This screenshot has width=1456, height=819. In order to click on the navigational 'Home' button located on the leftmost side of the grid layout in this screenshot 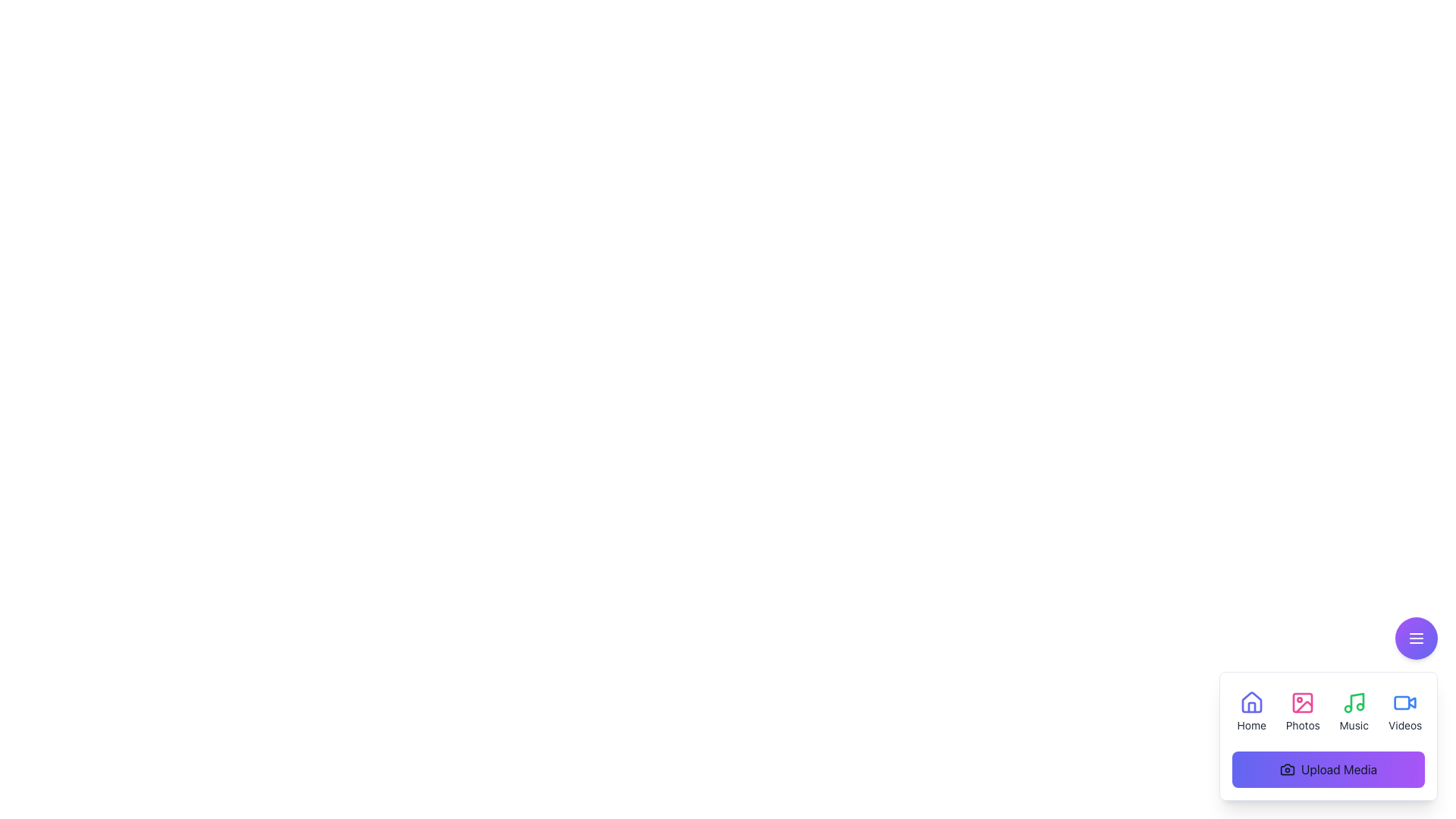, I will do `click(1251, 711)`.